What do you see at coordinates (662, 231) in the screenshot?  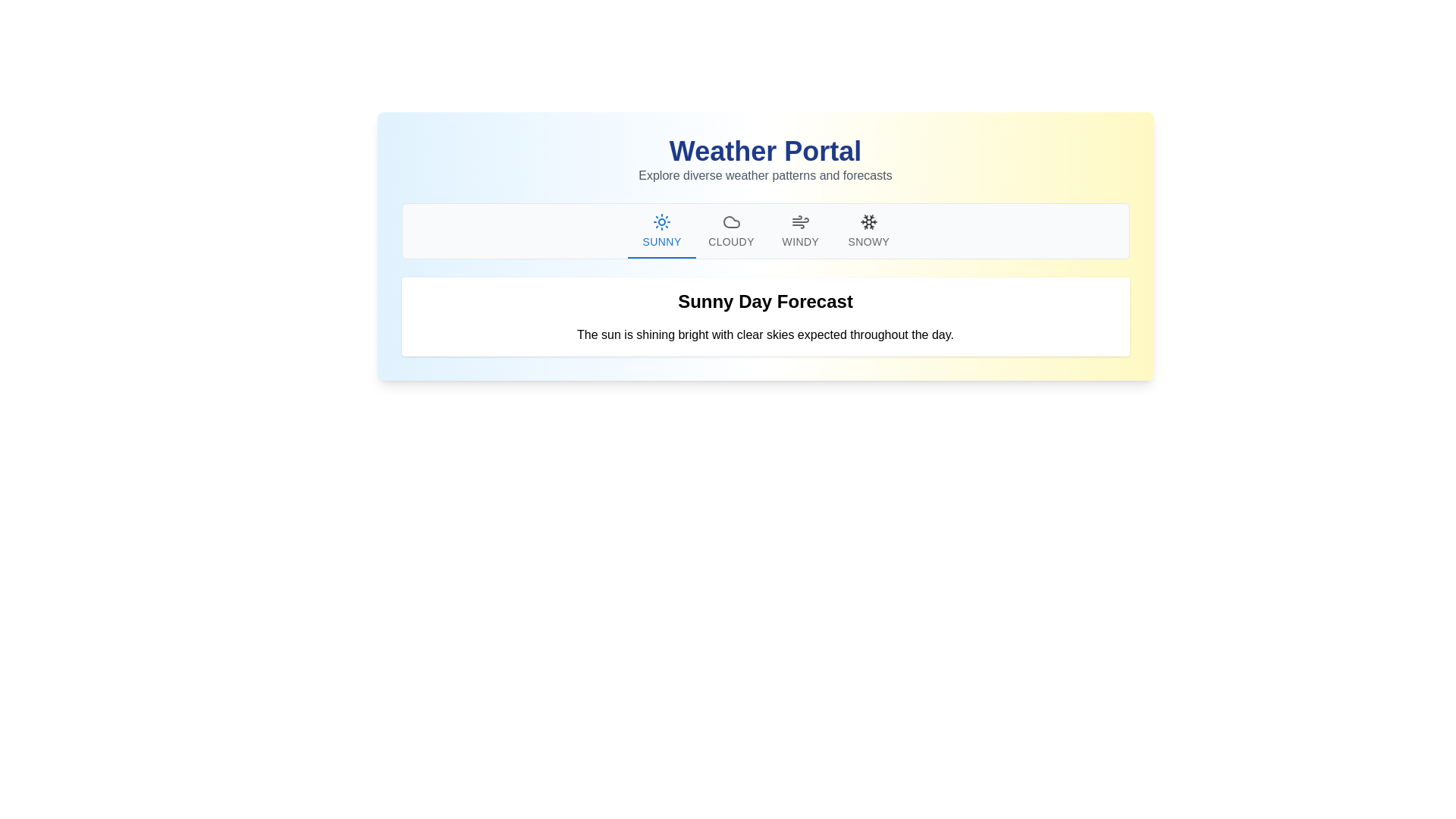 I see `the 'Sunny' tab button located at the center of the page` at bounding box center [662, 231].